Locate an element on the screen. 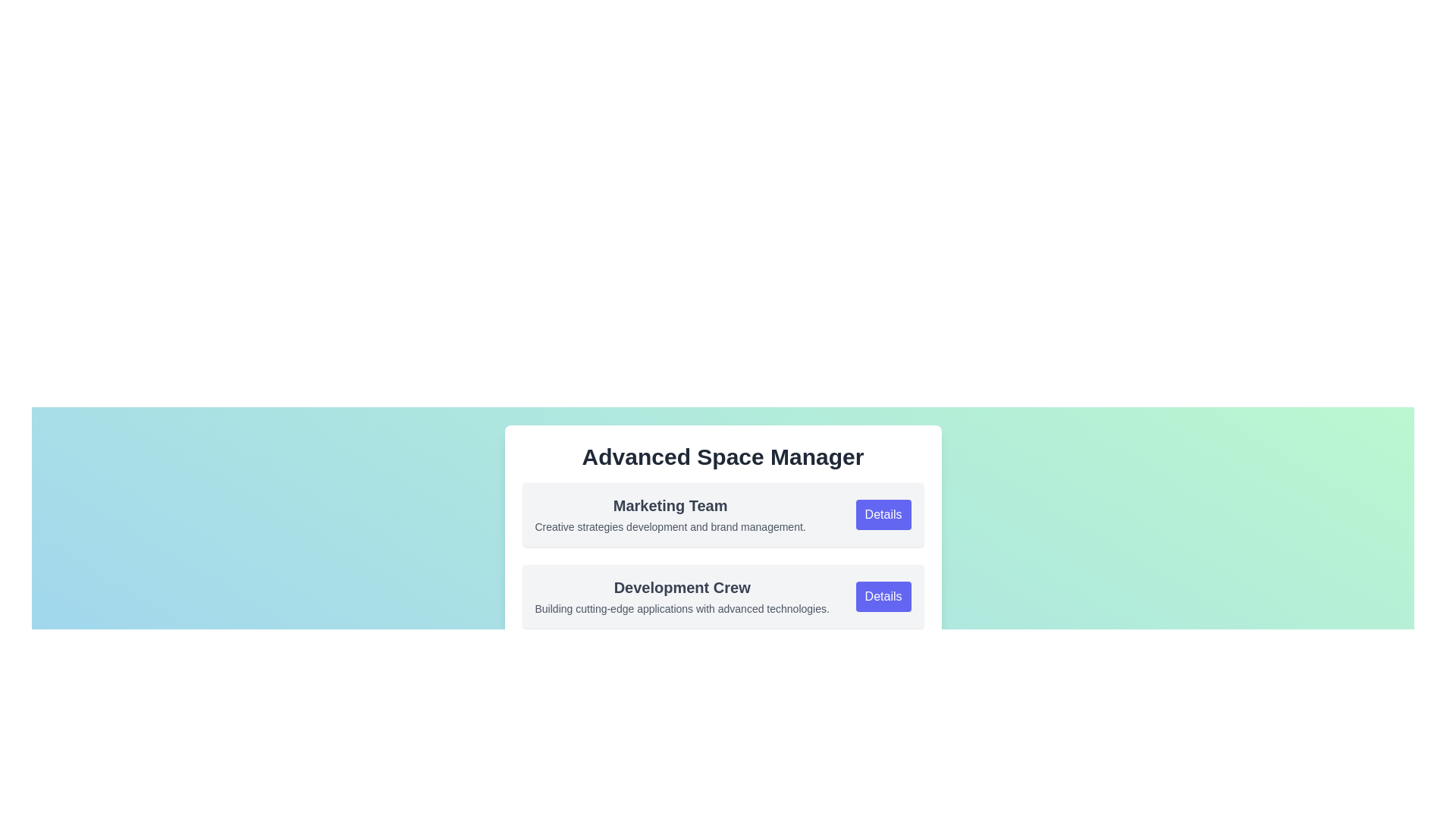  text of the header labeled 'Advanced Space Manager' which is a bold, large, dark gray text at the top of a light-colored card is located at coordinates (722, 456).